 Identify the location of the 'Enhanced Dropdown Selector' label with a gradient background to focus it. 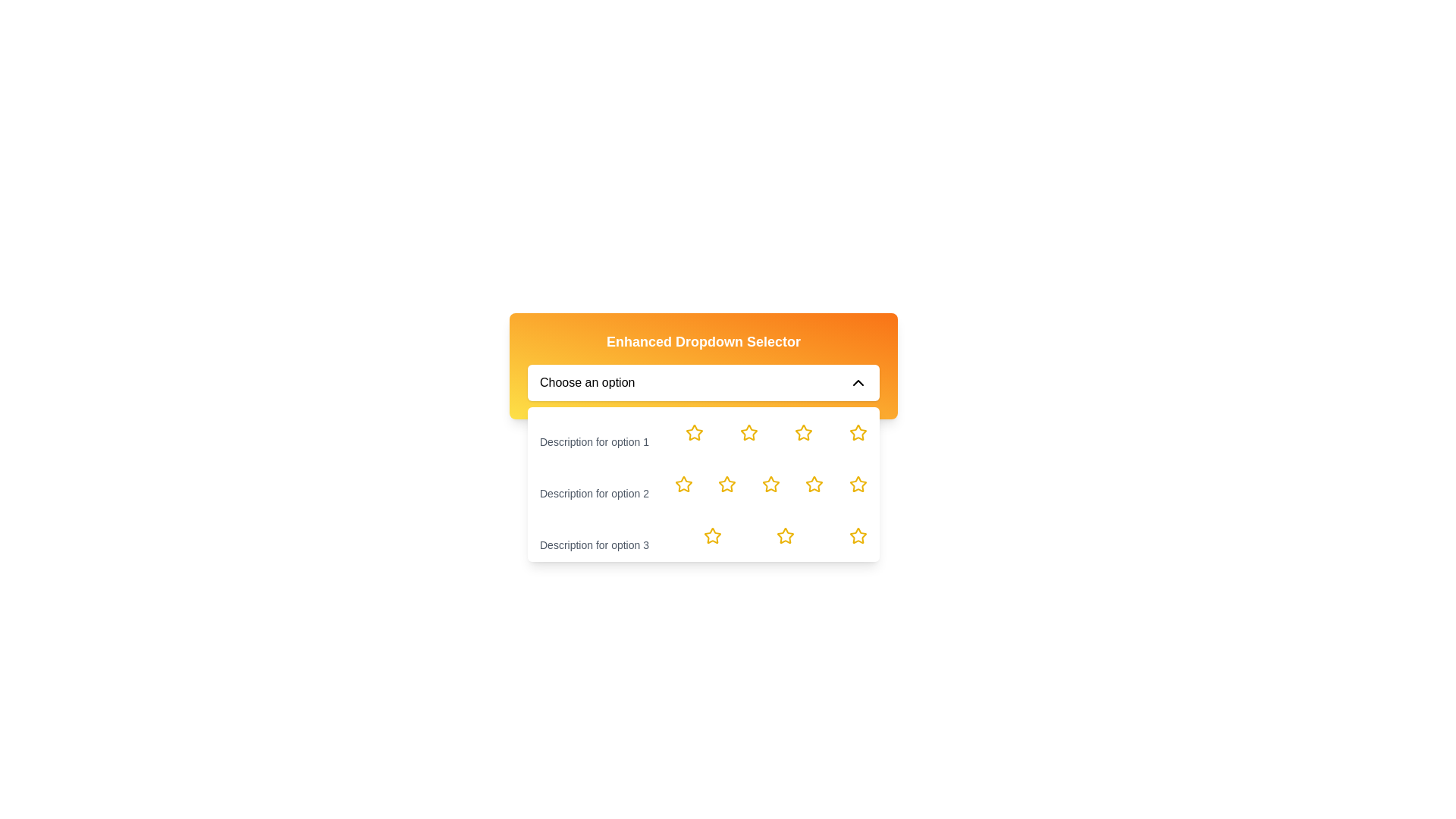
(702, 366).